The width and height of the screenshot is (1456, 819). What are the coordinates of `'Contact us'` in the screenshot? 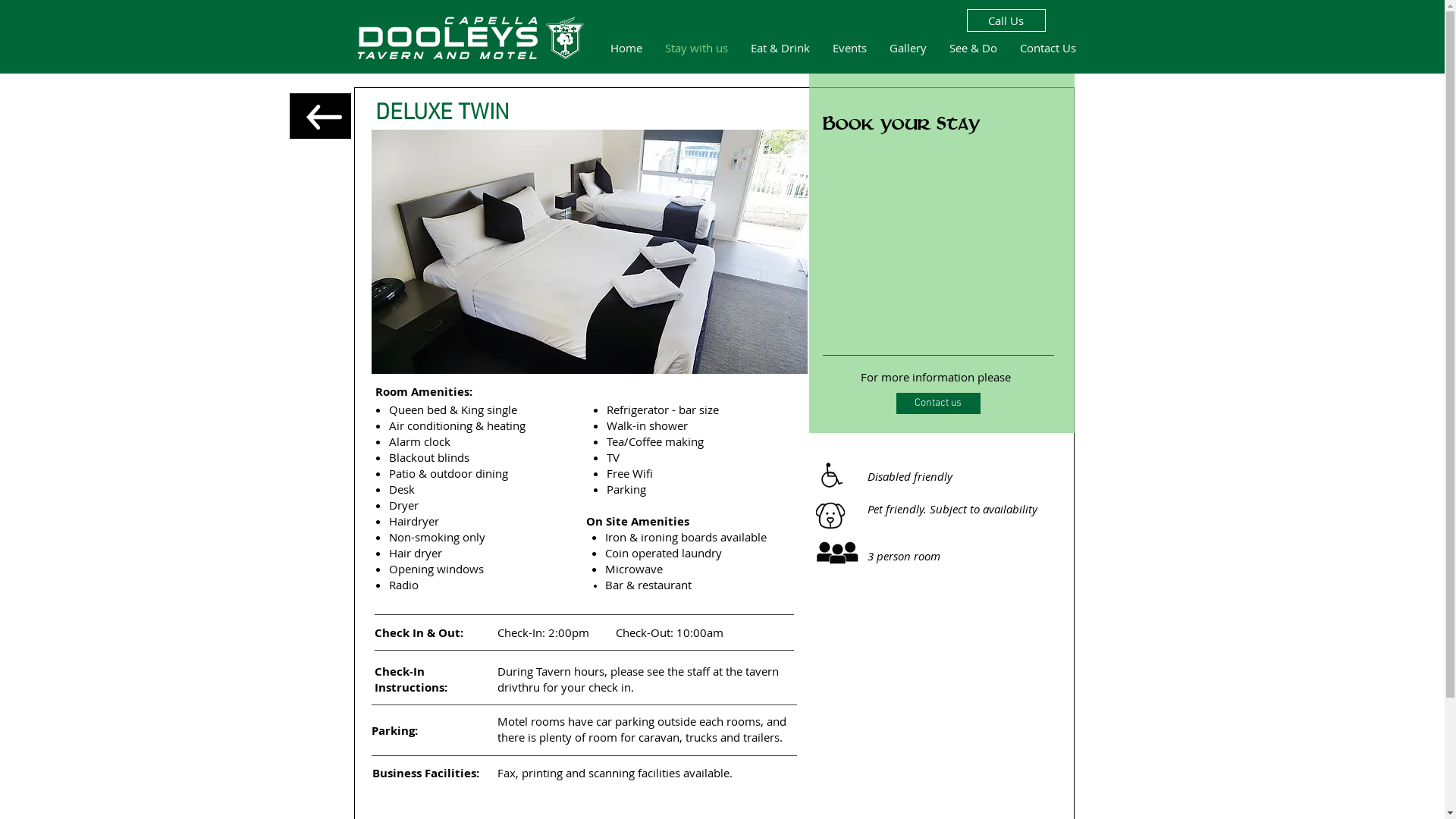 It's located at (896, 403).